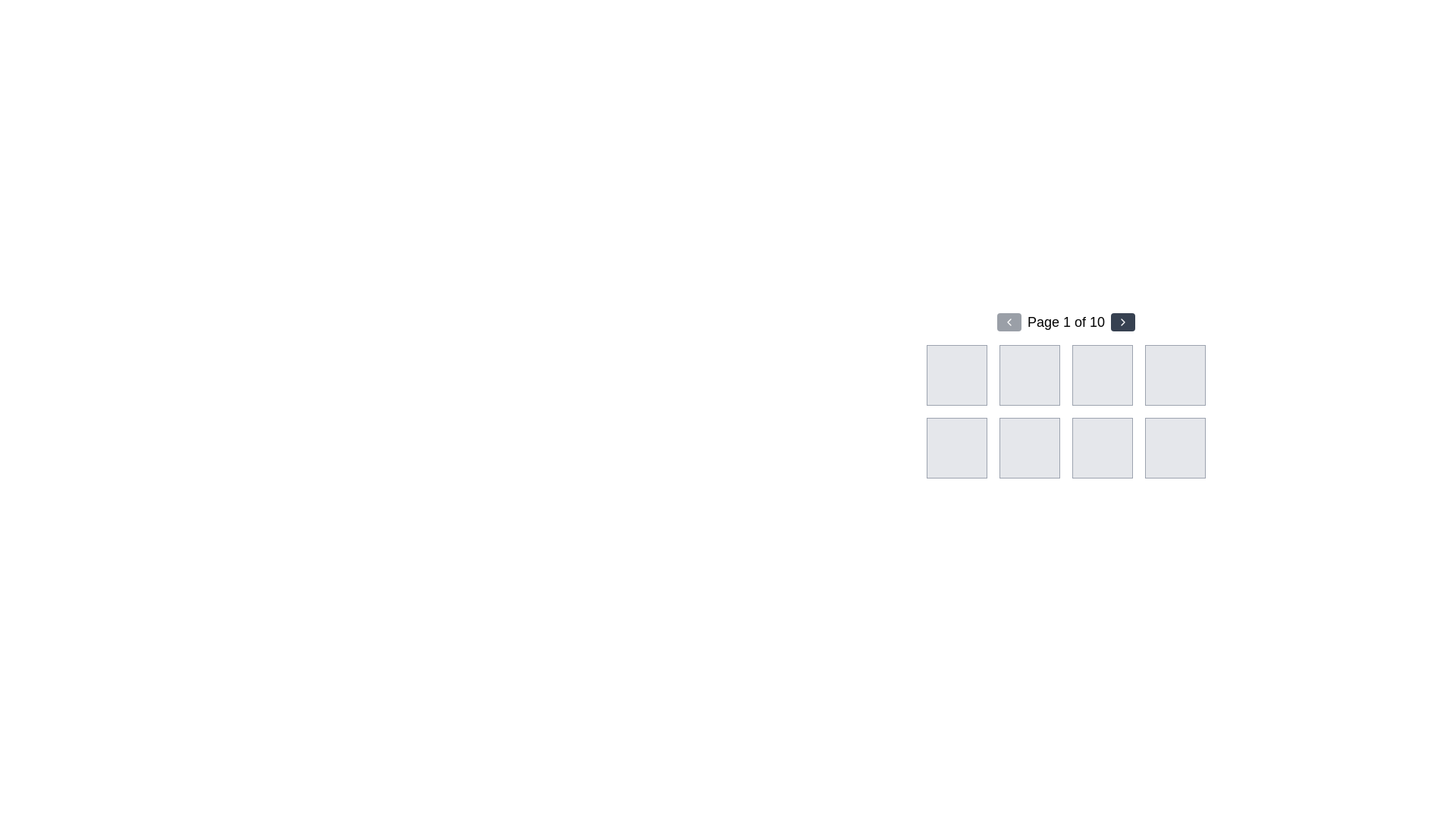  What do you see at coordinates (1123, 321) in the screenshot?
I see `the dark gray button with white text and a rightward chevron icon` at bounding box center [1123, 321].